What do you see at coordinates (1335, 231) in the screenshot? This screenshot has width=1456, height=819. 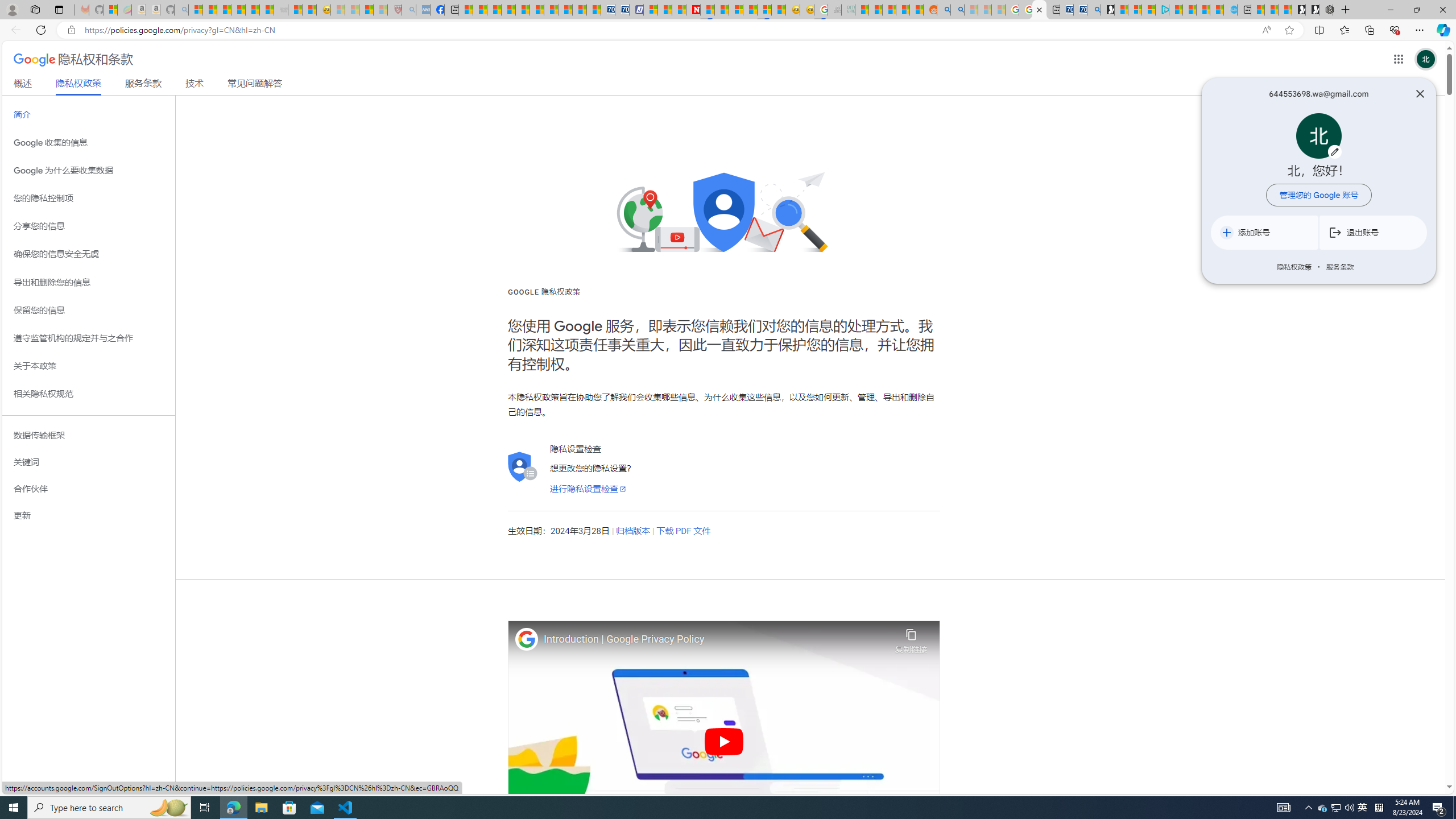 I see `'Class:  NMm5M'` at bounding box center [1335, 231].